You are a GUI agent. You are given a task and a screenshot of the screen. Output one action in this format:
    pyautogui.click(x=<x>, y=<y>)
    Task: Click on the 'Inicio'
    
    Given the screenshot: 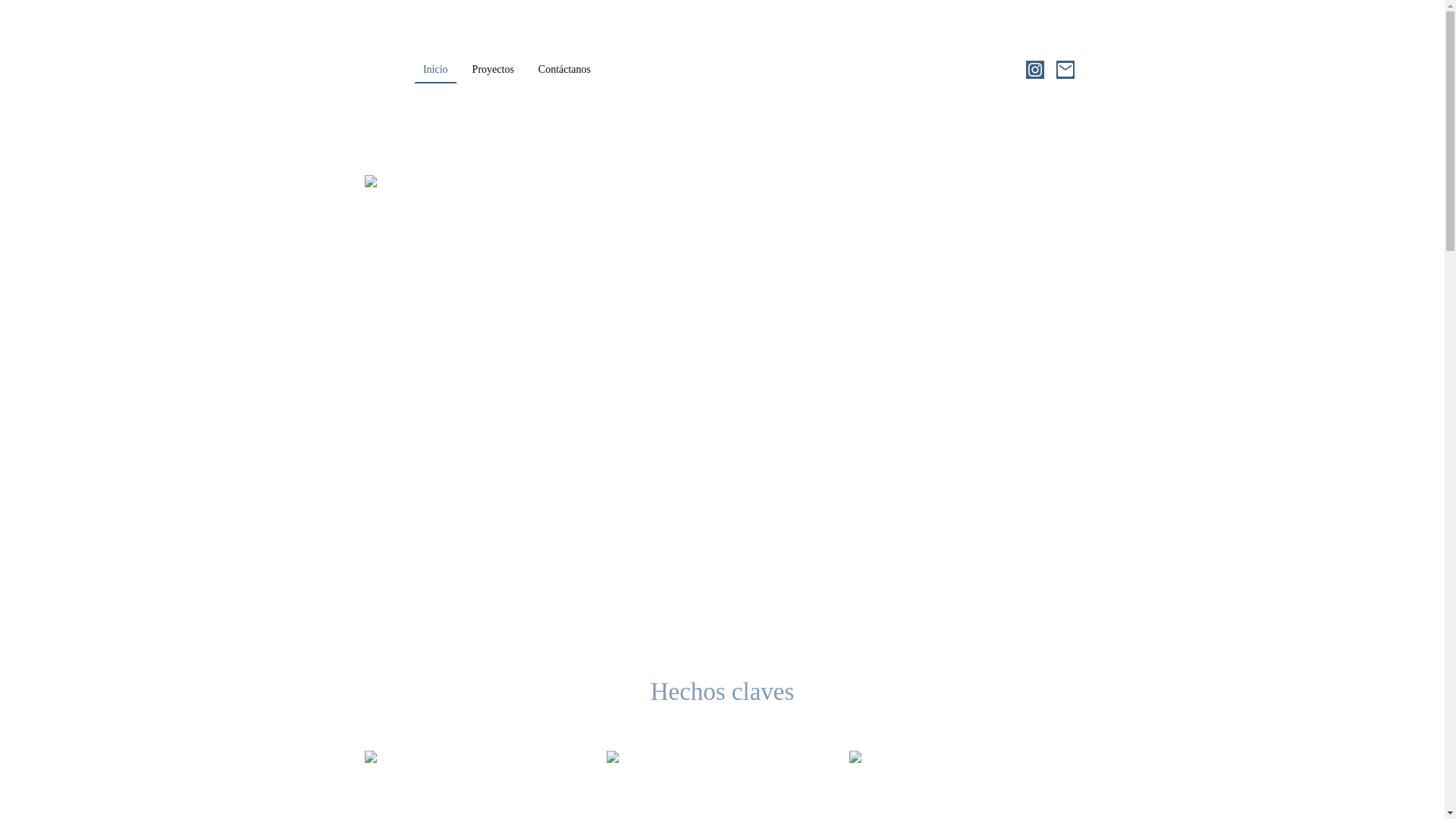 What is the action you would take?
    pyautogui.click(x=435, y=70)
    